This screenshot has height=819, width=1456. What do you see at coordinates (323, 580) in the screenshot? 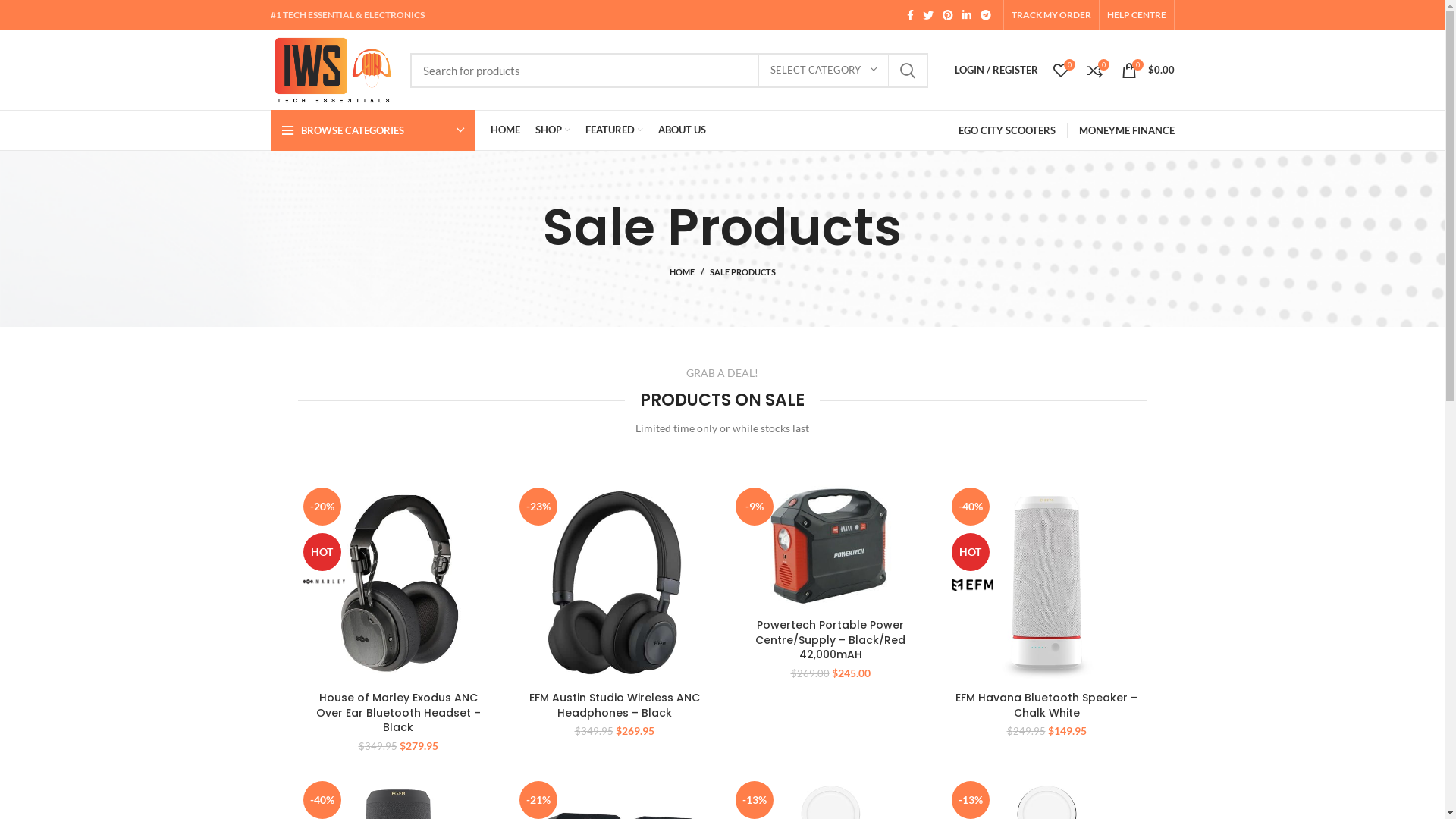
I see `'marley'` at bounding box center [323, 580].